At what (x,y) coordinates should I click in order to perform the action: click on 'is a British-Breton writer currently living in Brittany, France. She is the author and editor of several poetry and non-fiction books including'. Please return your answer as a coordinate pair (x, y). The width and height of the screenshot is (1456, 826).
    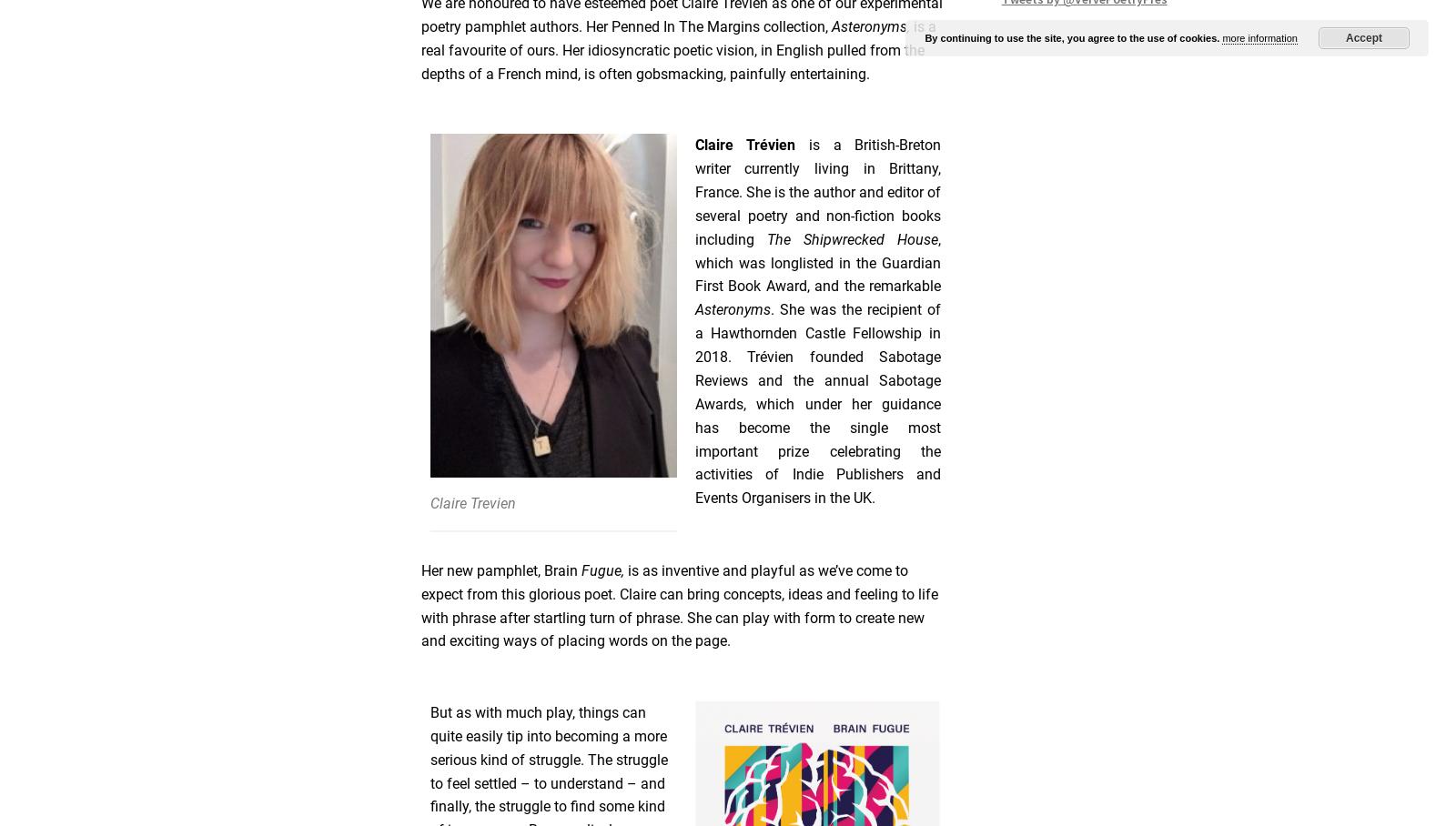
    Looking at the image, I should click on (694, 192).